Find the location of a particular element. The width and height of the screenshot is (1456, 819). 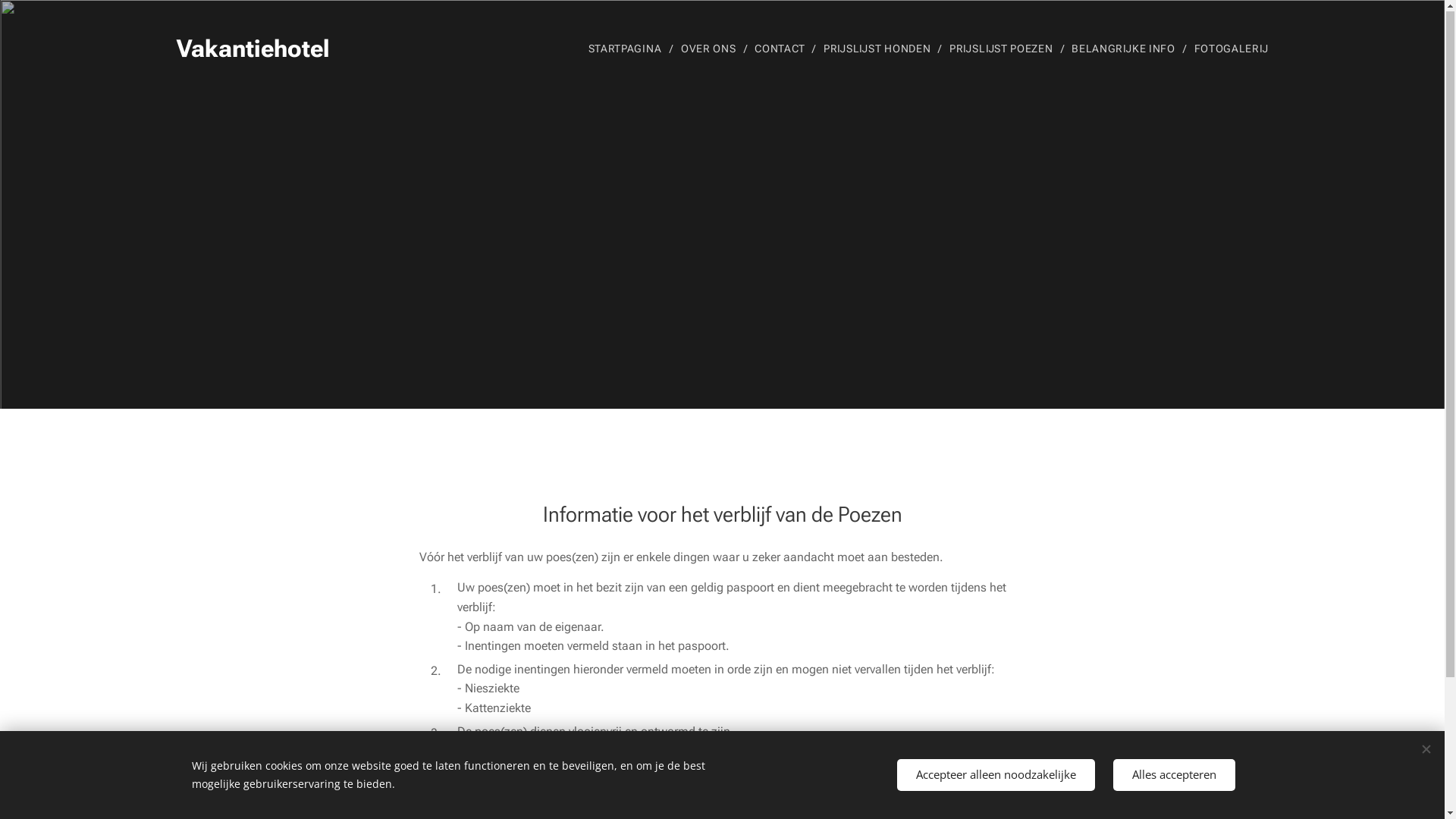

'OVER ONS' is located at coordinates (709, 49).